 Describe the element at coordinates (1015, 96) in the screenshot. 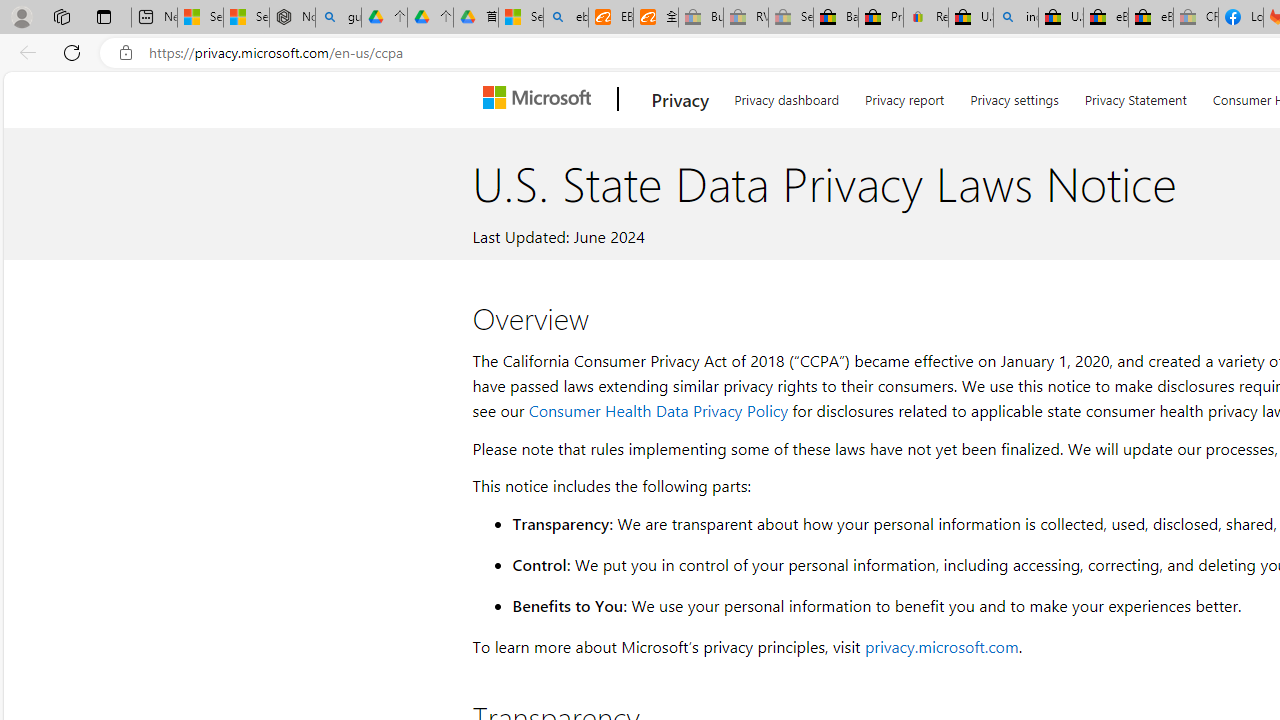

I see `'Privacy settings'` at that location.